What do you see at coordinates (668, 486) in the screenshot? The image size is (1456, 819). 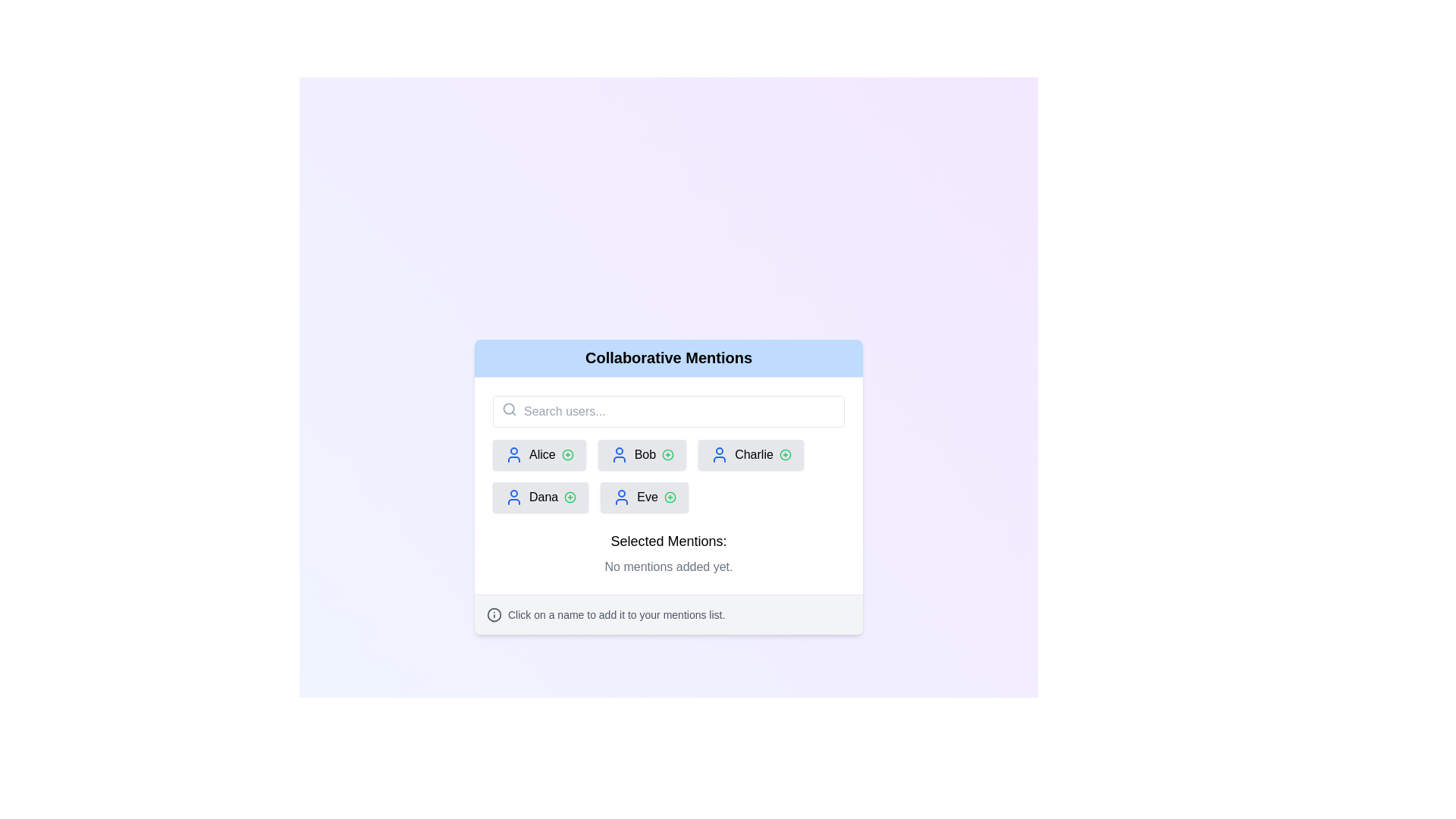 I see `the icons in the 'Collaborative Mentions' card component, which includes a search field and selectable names` at bounding box center [668, 486].